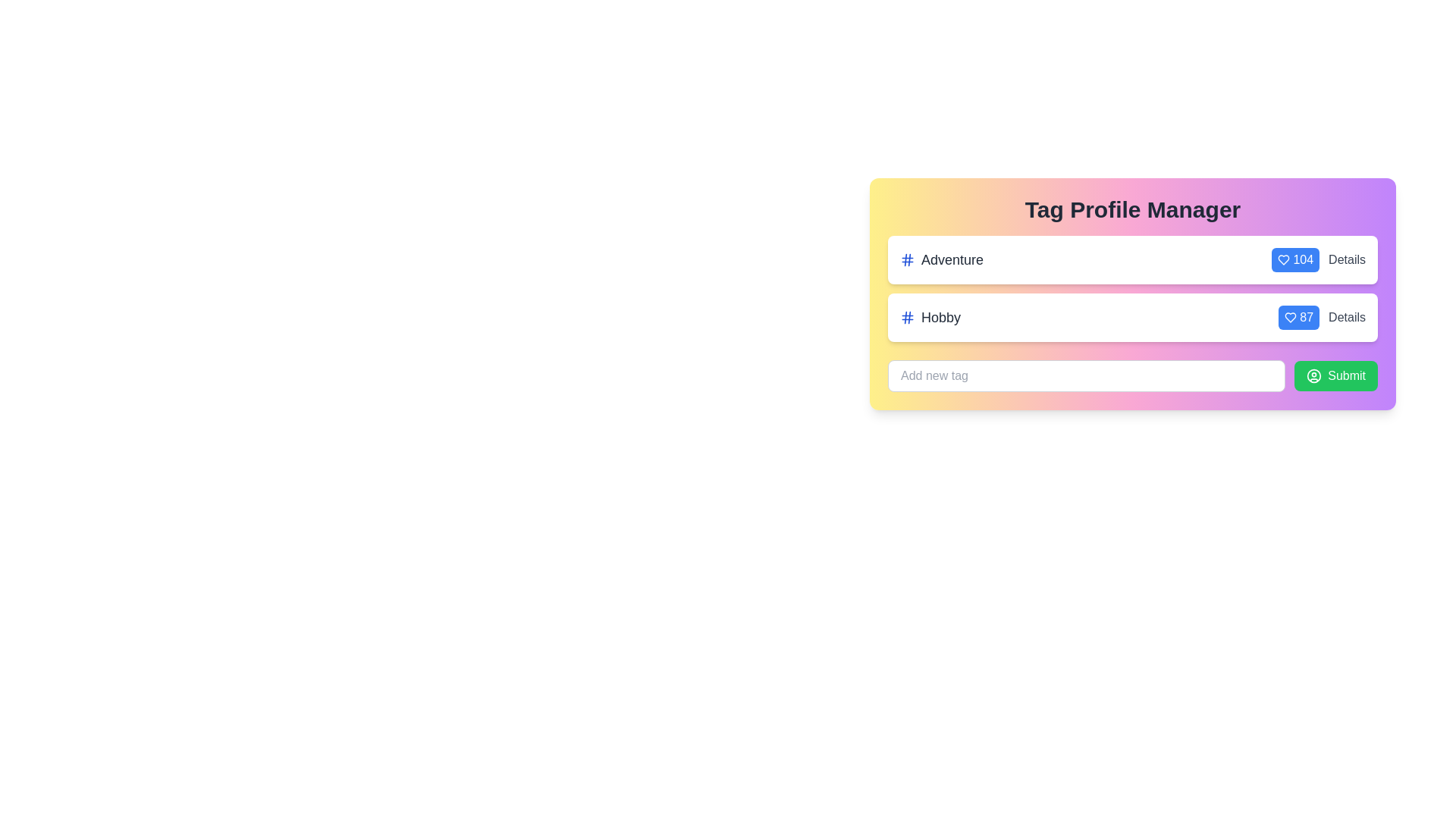 The width and height of the screenshot is (1456, 819). Describe the element at coordinates (1132, 317) in the screenshot. I see `the List item labeled 'Hobby' in the tag management interface, which is the second item in the vertical list directly below 'Adventure' with a blue '104' badge` at that location.